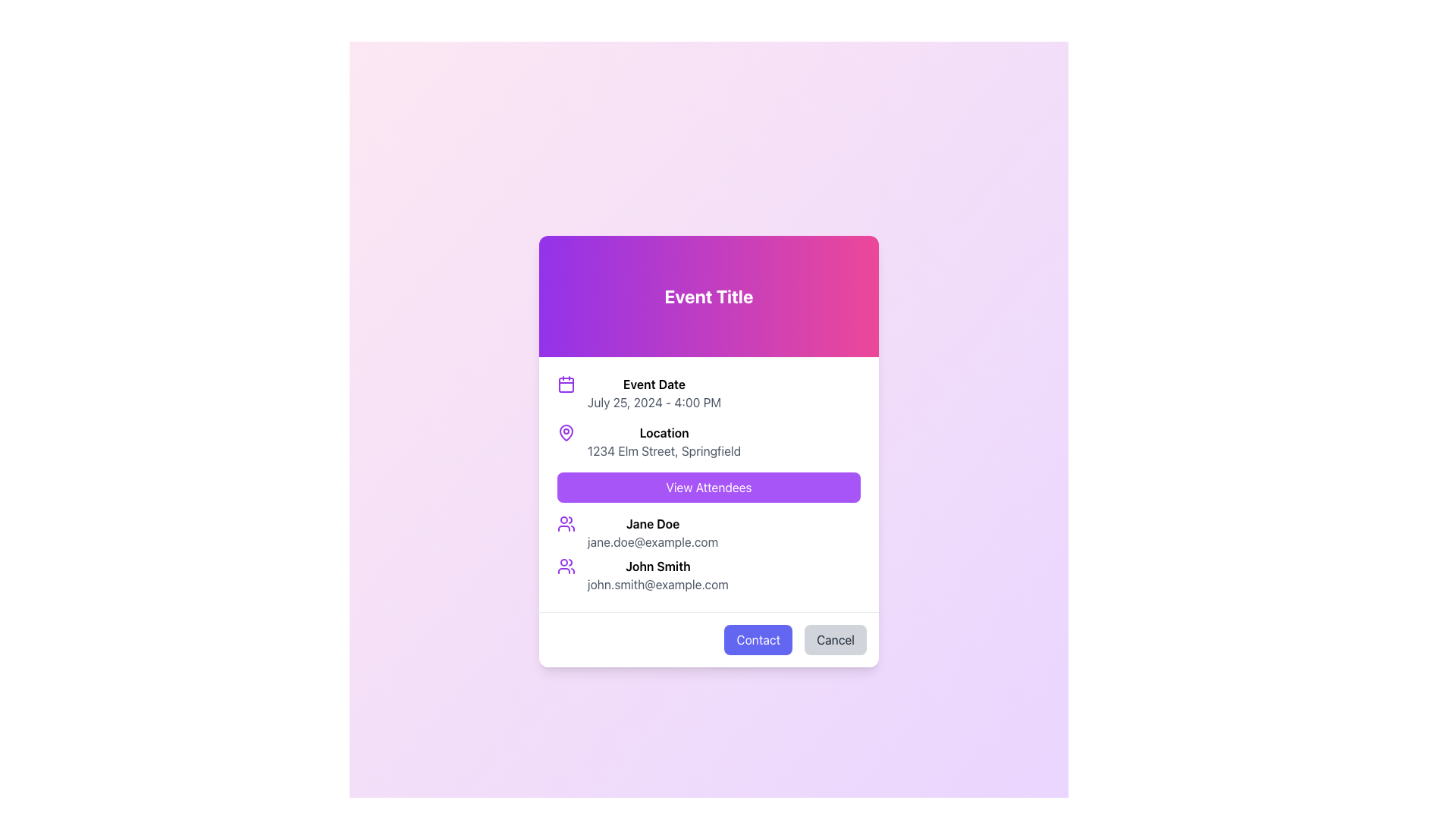 The image size is (1456, 819). I want to click on the email address text 'jane.doe@example.com' displayed below the name 'Jane Doe' in the User Profile Display, so click(708, 532).